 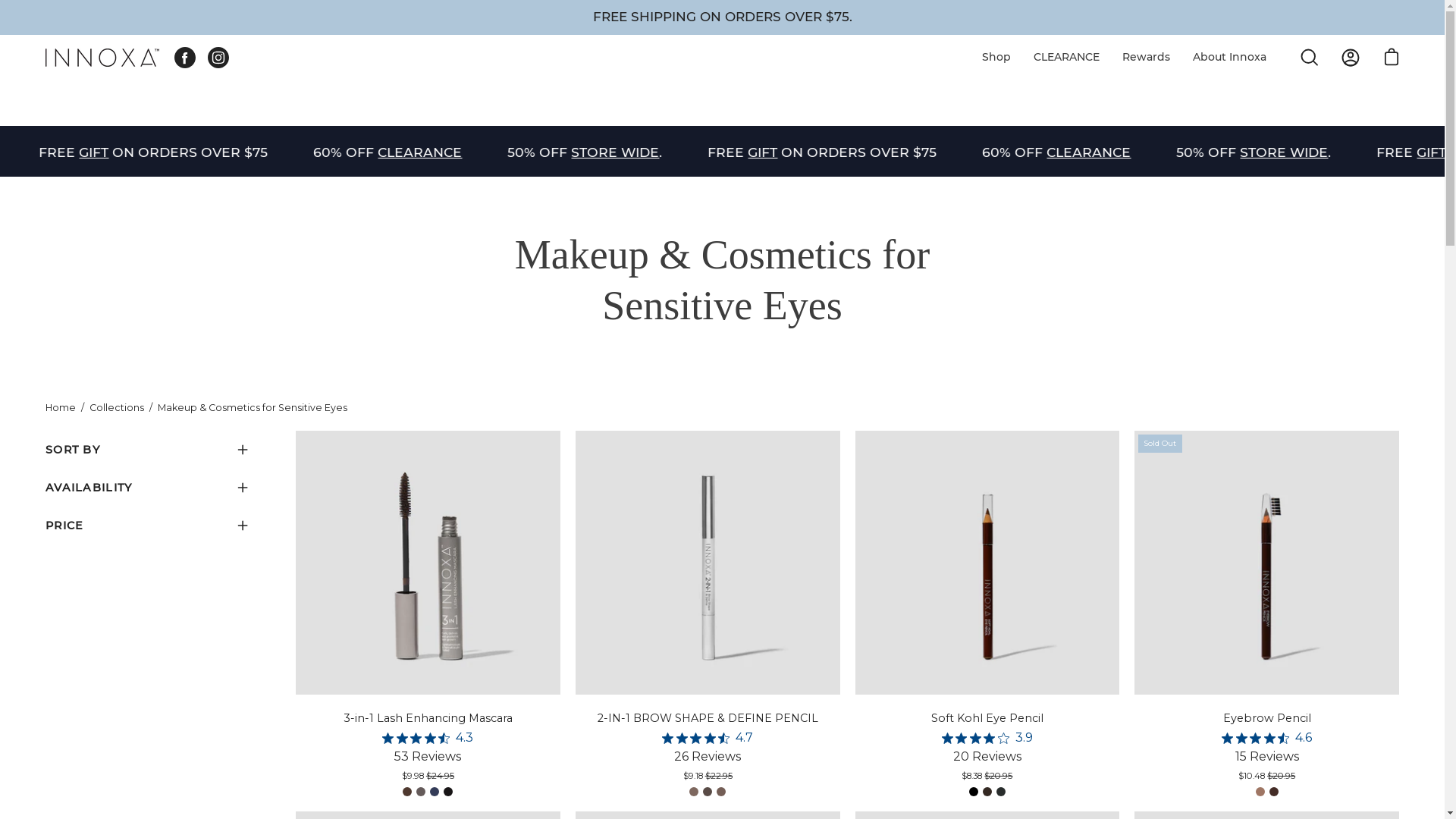 What do you see at coordinates (1266, 717) in the screenshot?
I see `'Eyebrow Pencil'` at bounding box center [1266, 717].